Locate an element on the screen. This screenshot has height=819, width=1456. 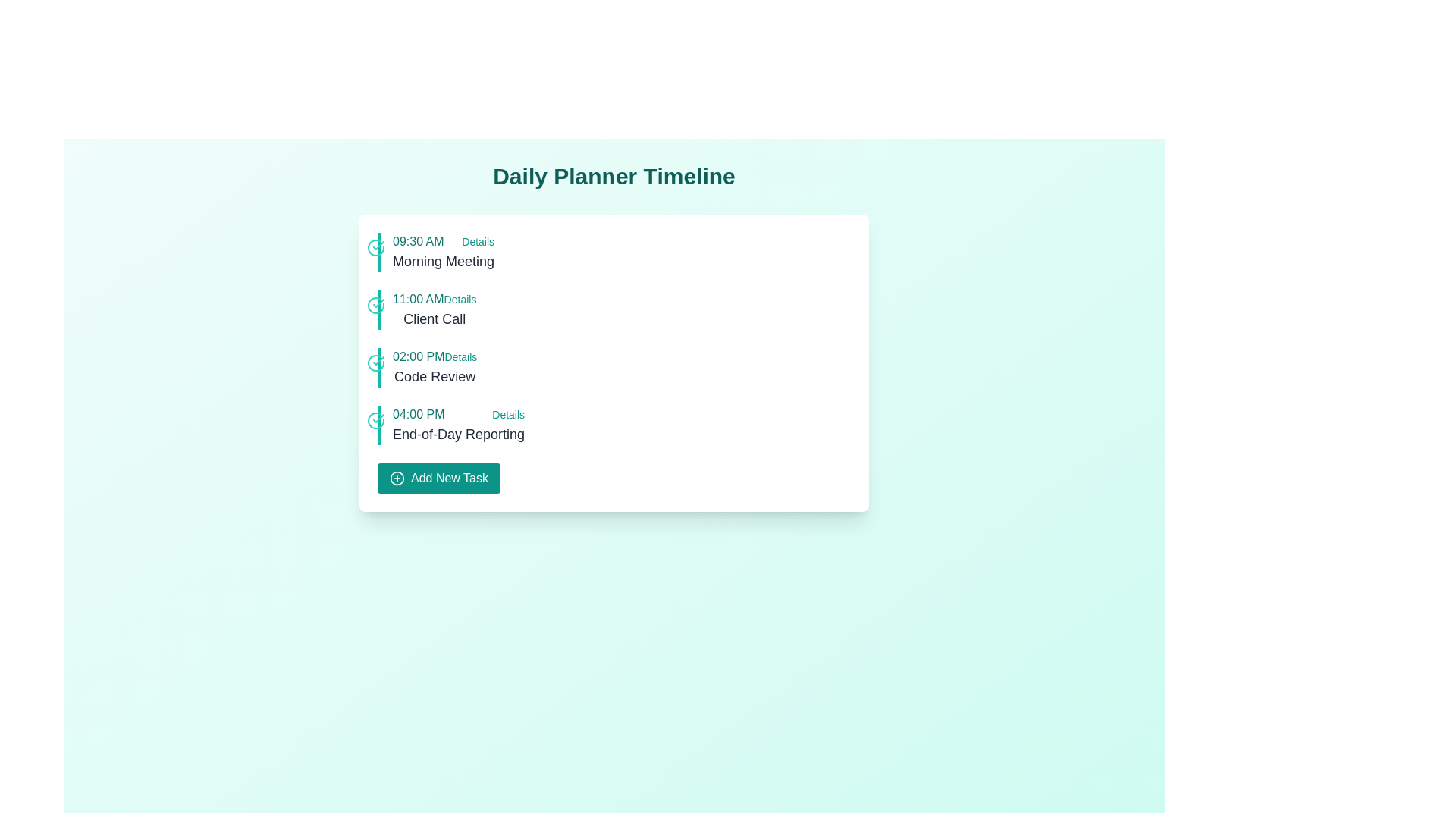
the circular icon with a plus sign, which is styled with a teal stroke and located next to the 'Add New Task' text in a green button at the bottom of the main task list is located at coordinates (397, 479).